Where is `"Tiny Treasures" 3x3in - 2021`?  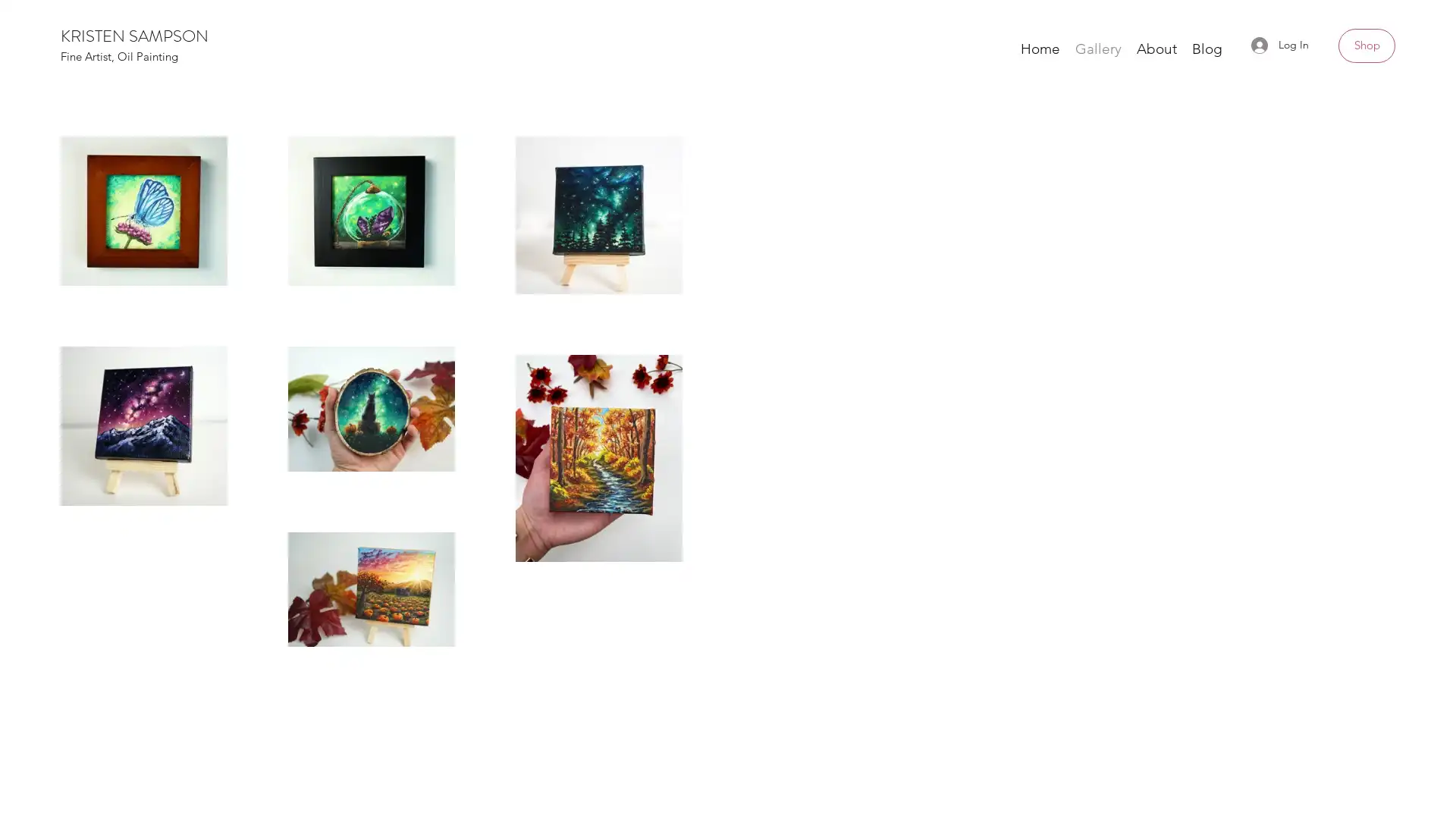
"Tiny Treasures" 3x3in - 2021 is located at coordinates (728, 317).